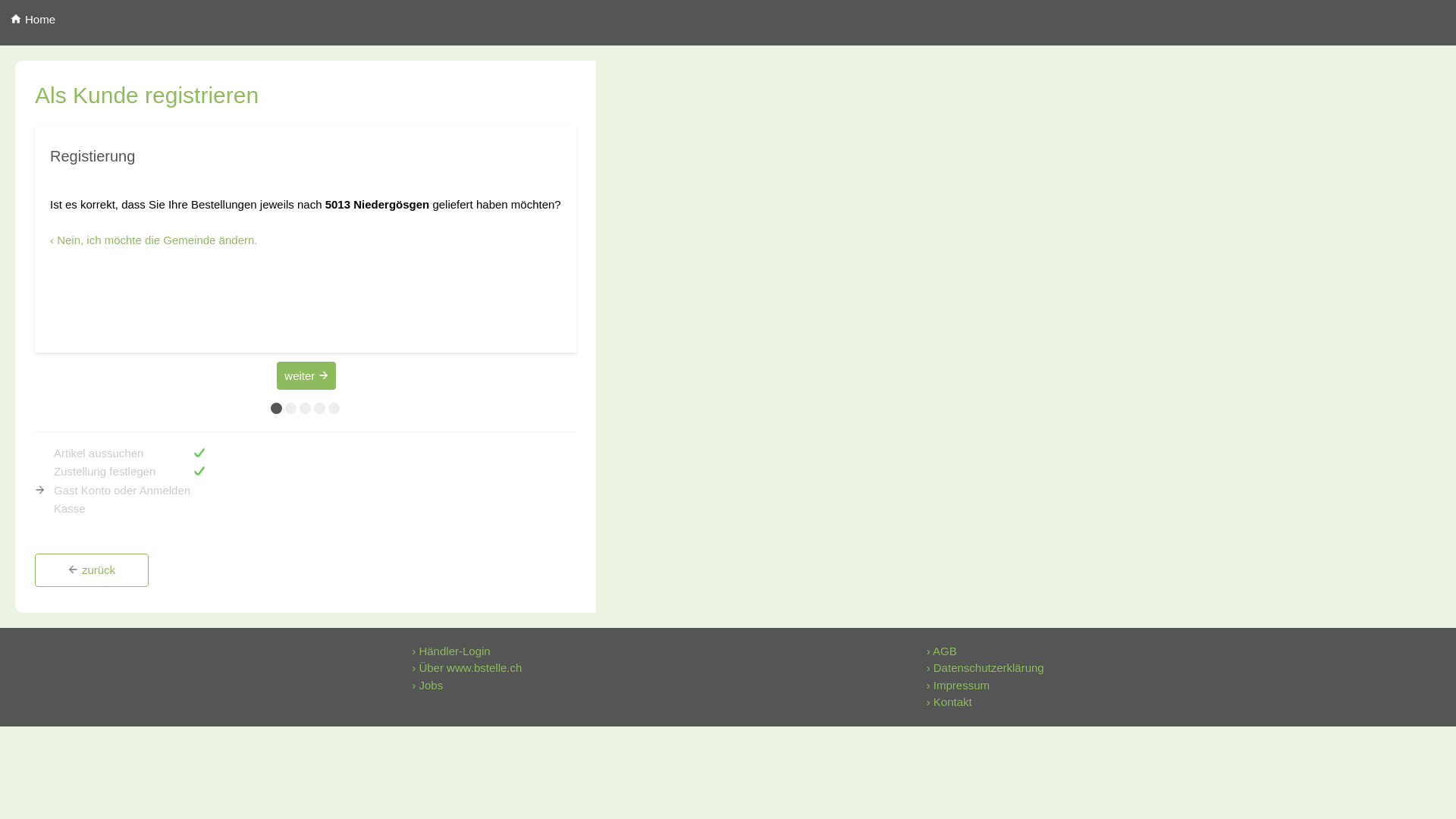 The height and width of the screenshot is (819, 1456). What do you see at coordinates (0, 20) in the screenshot?
I see `'Home'` at bounding box center [0, 20].